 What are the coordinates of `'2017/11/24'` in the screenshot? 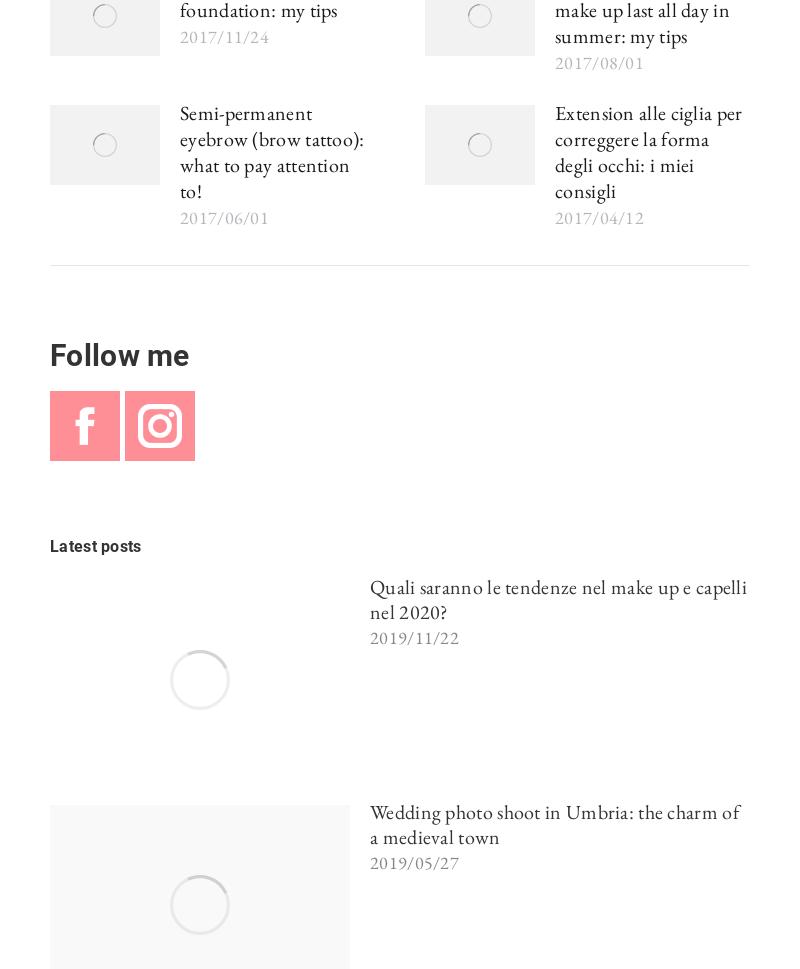 It's located at (179, 36).